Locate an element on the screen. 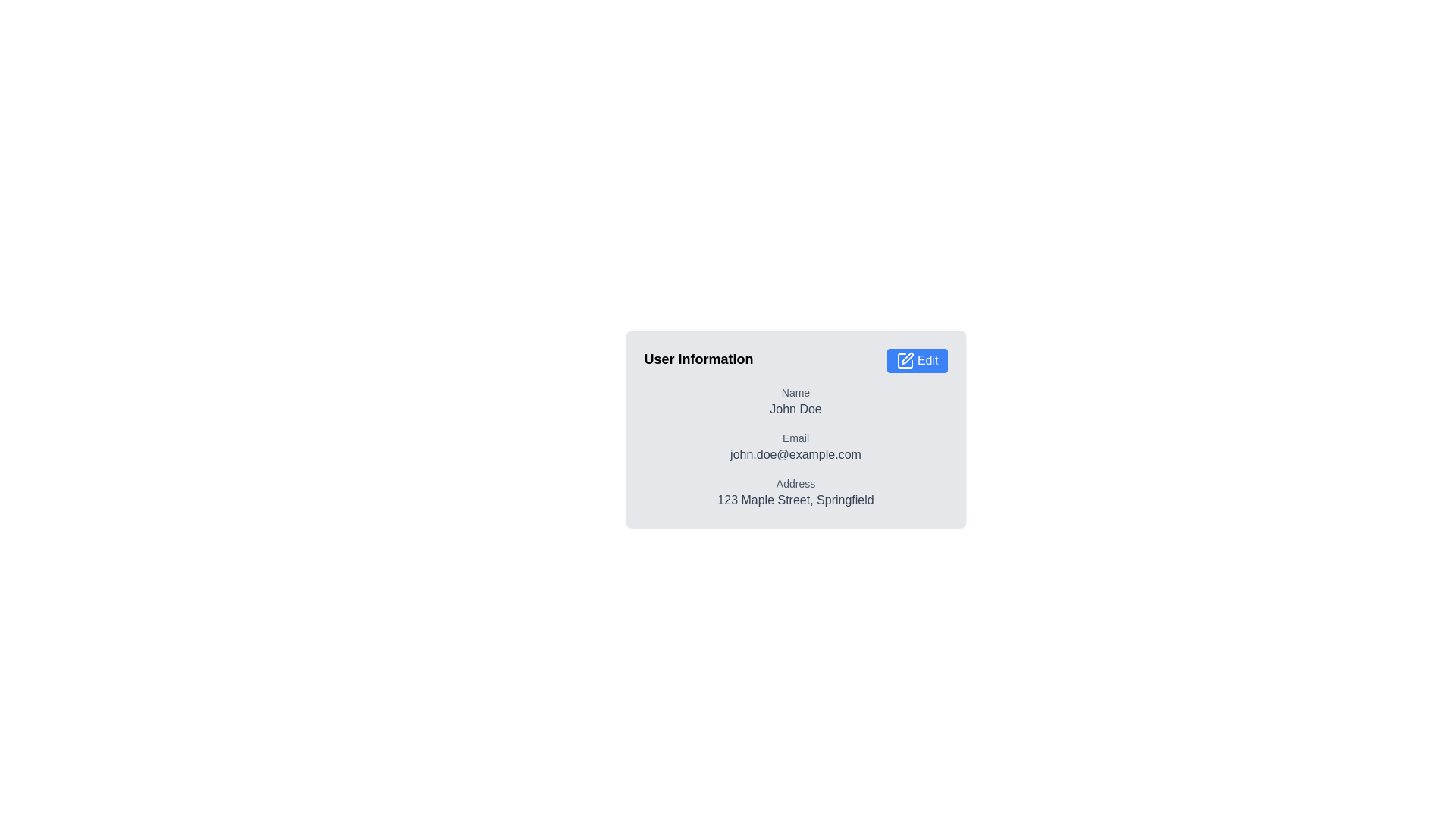 Image resolution: width=1456 pixels, height=819 pixels. the 'Edit' button located in the top-right corner of the 'User Information' card, which contains the pen icon to signify the edit action is located at coordinates (907, 359).